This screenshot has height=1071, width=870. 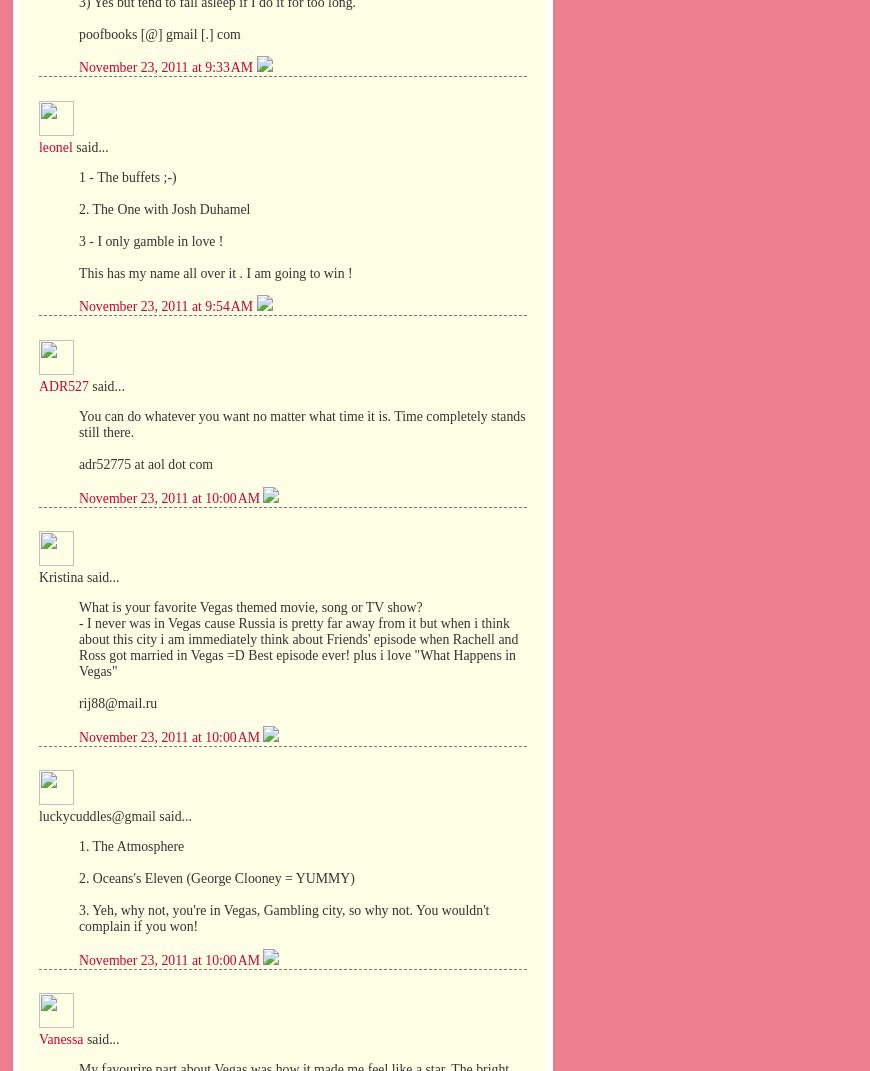 I want to click on 'Vanessa', so click(x=59, y=1039).